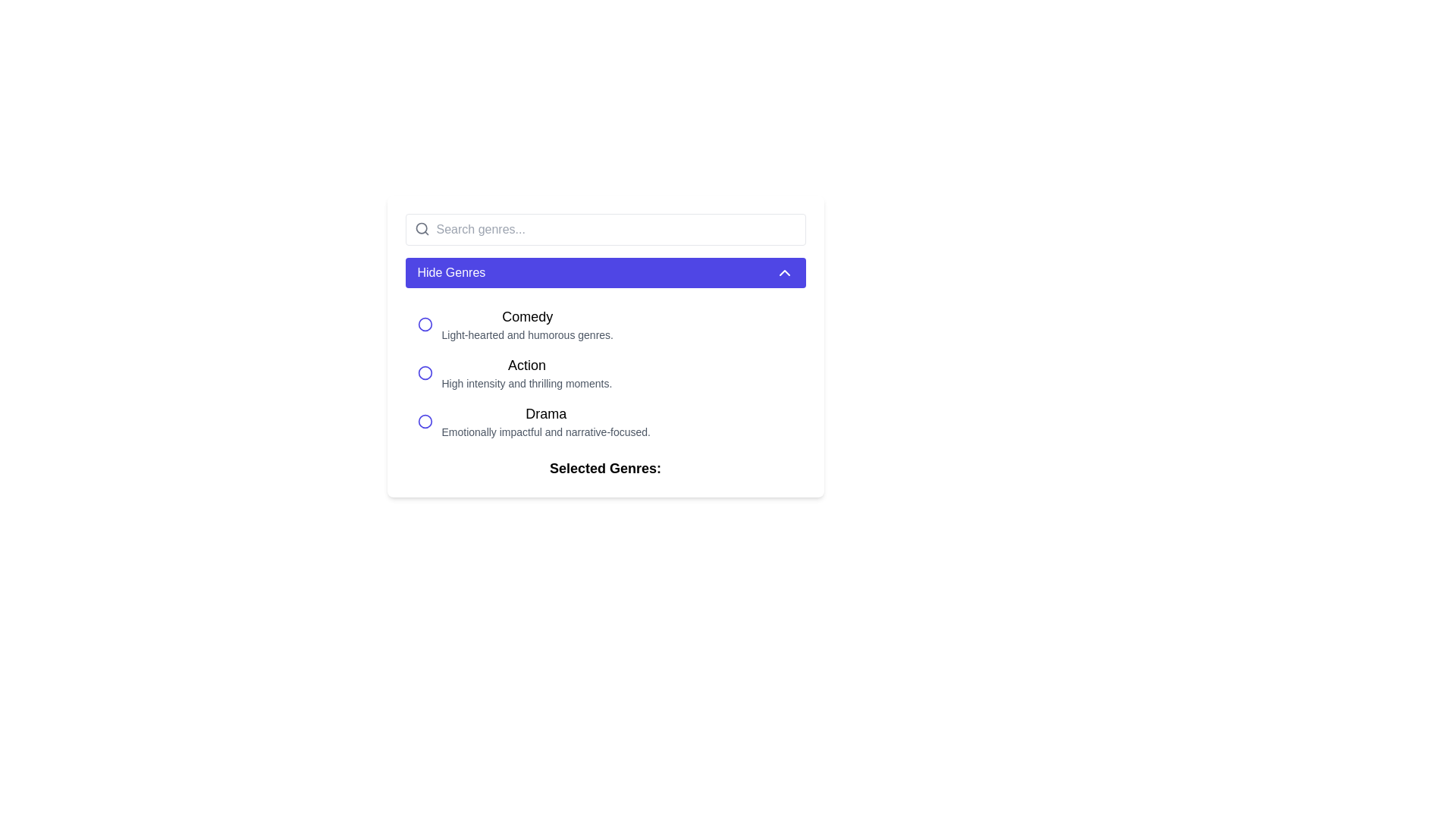  What do you see at coordinates (527, 373) in the screenshot?
I see `the 'Action' genre text label, which is located in the middle of a vertically stacked list of selectable items under the 'Hide Genres' header` at bounding box center [527, 373].